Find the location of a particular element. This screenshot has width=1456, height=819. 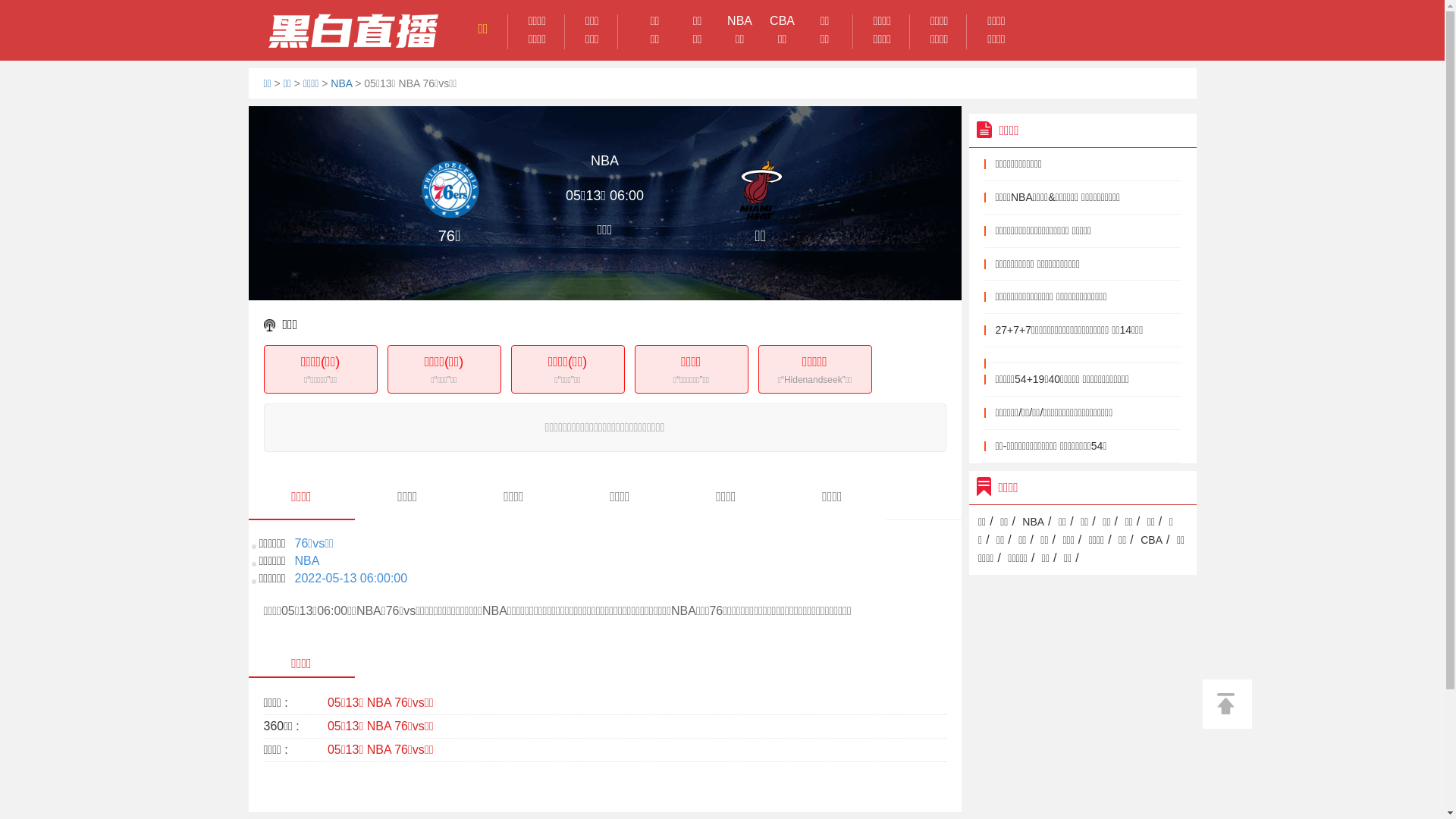

'NBA' is located at coordinates (739, 20).